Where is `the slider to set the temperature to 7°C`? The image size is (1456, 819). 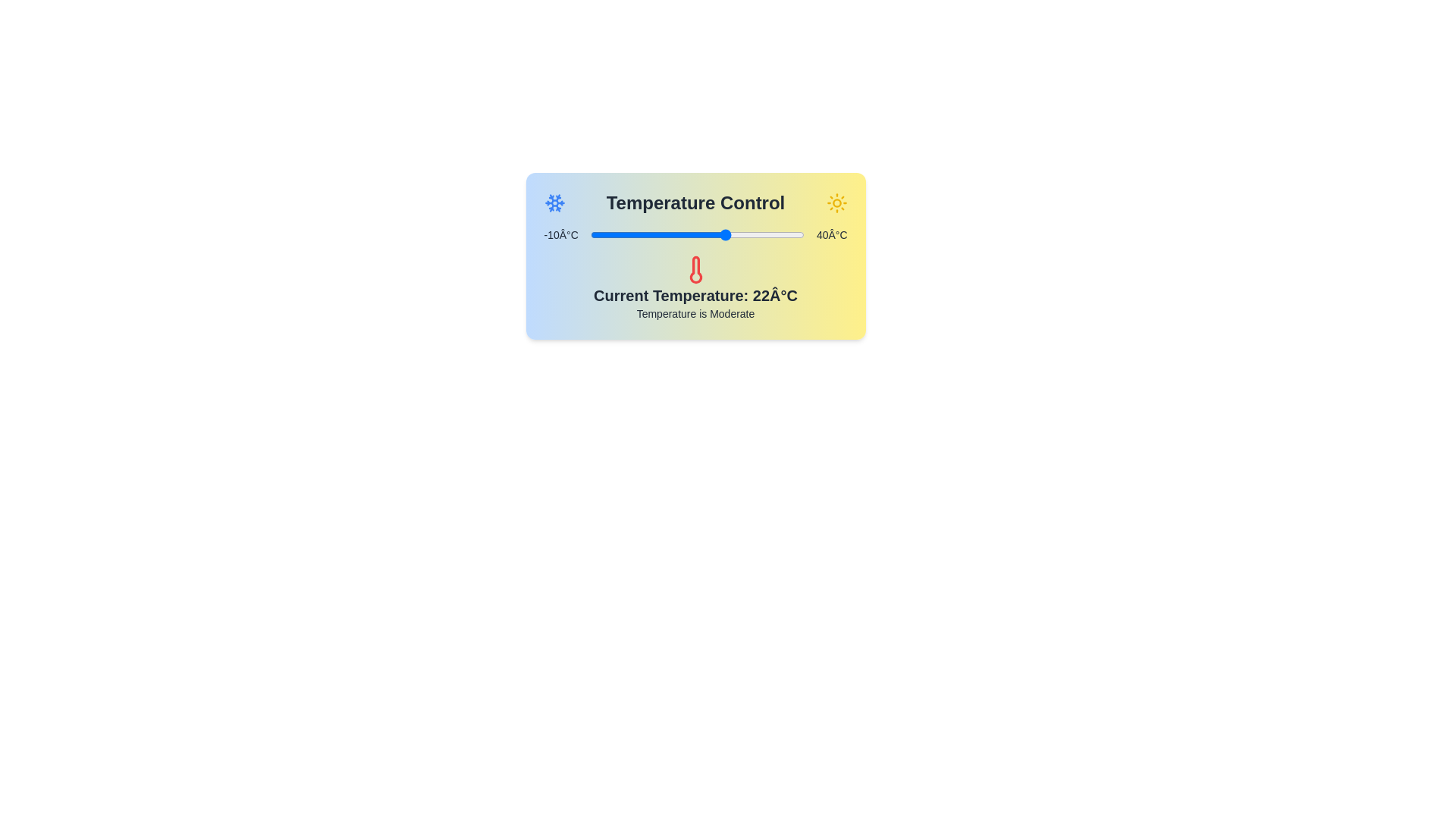 the slider to set the temperature to 7°C is located at coordinates (663, 234).